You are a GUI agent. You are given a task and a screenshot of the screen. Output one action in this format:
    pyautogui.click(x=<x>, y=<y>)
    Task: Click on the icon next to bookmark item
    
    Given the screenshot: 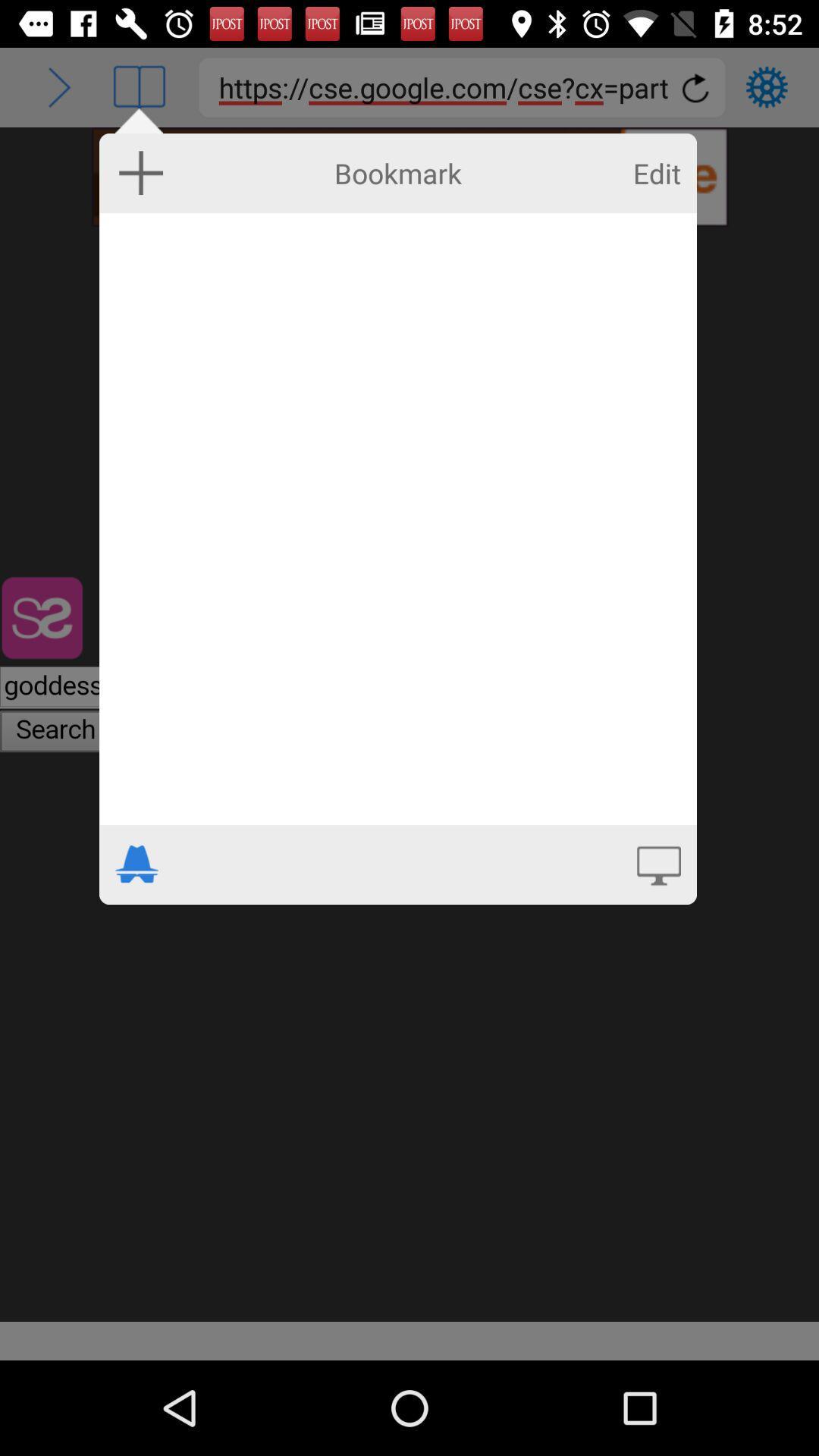 What is the action you would take?
    pyautogui.click(x=141, y=172)
    